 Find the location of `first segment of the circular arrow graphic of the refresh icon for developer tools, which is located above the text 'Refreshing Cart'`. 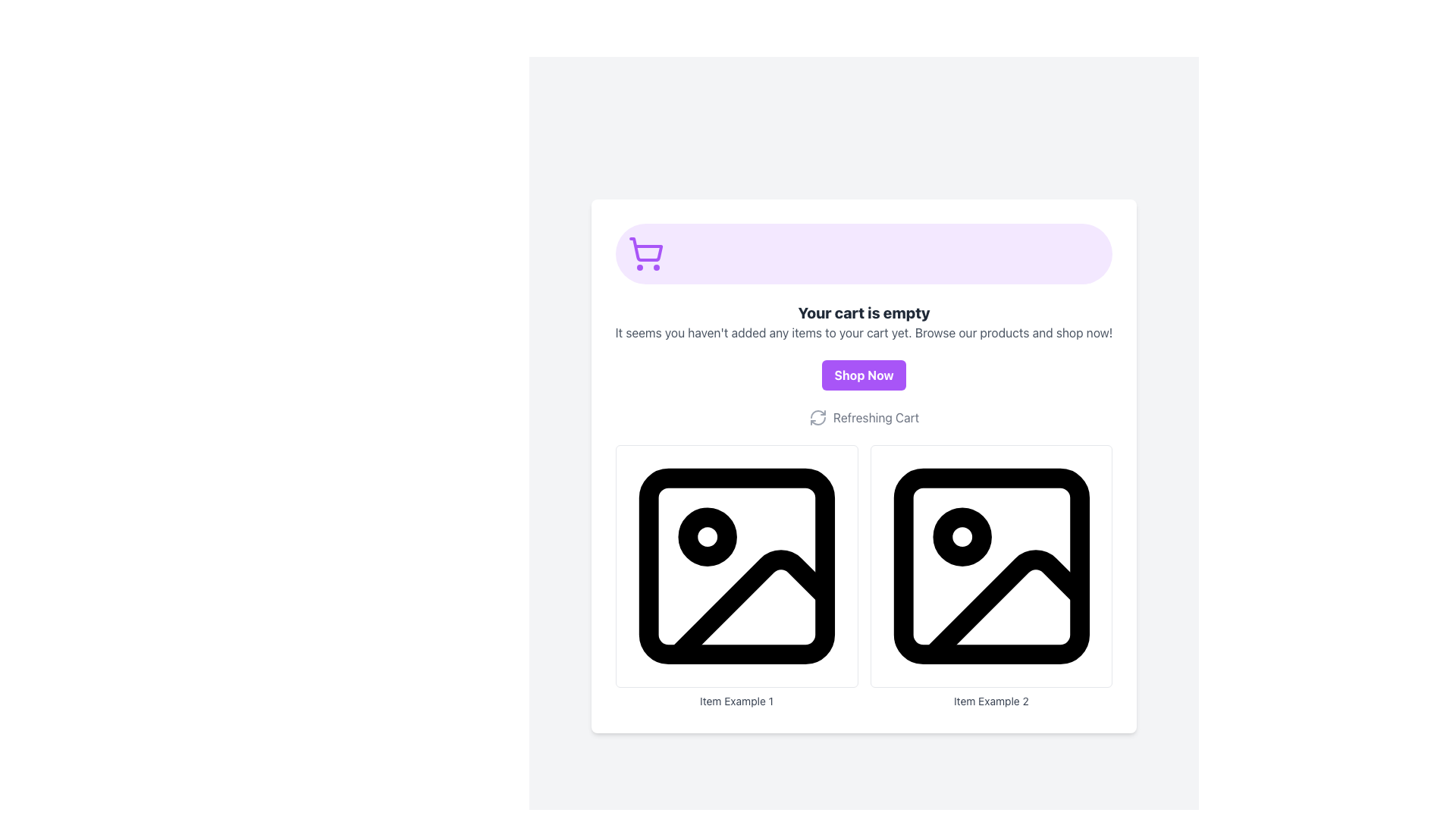

first segment of the circular arrow graphic of the refresh icon for developer tools, which is located above the text 'Refreshing Cart' is located at coordinates (817, 414).